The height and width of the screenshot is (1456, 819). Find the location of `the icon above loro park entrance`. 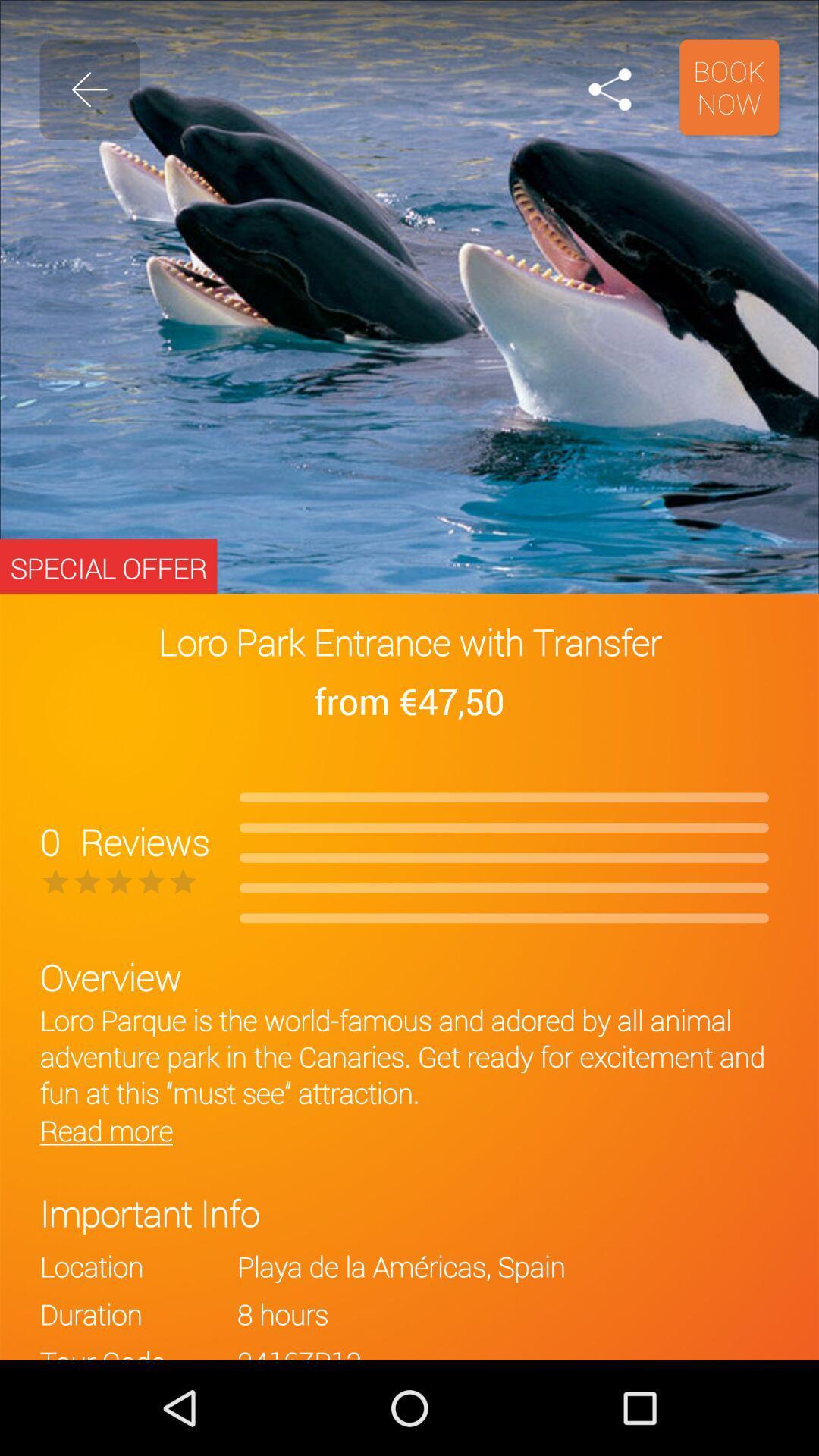

the icon above loro park entrance is located at coordinates (609, 89).